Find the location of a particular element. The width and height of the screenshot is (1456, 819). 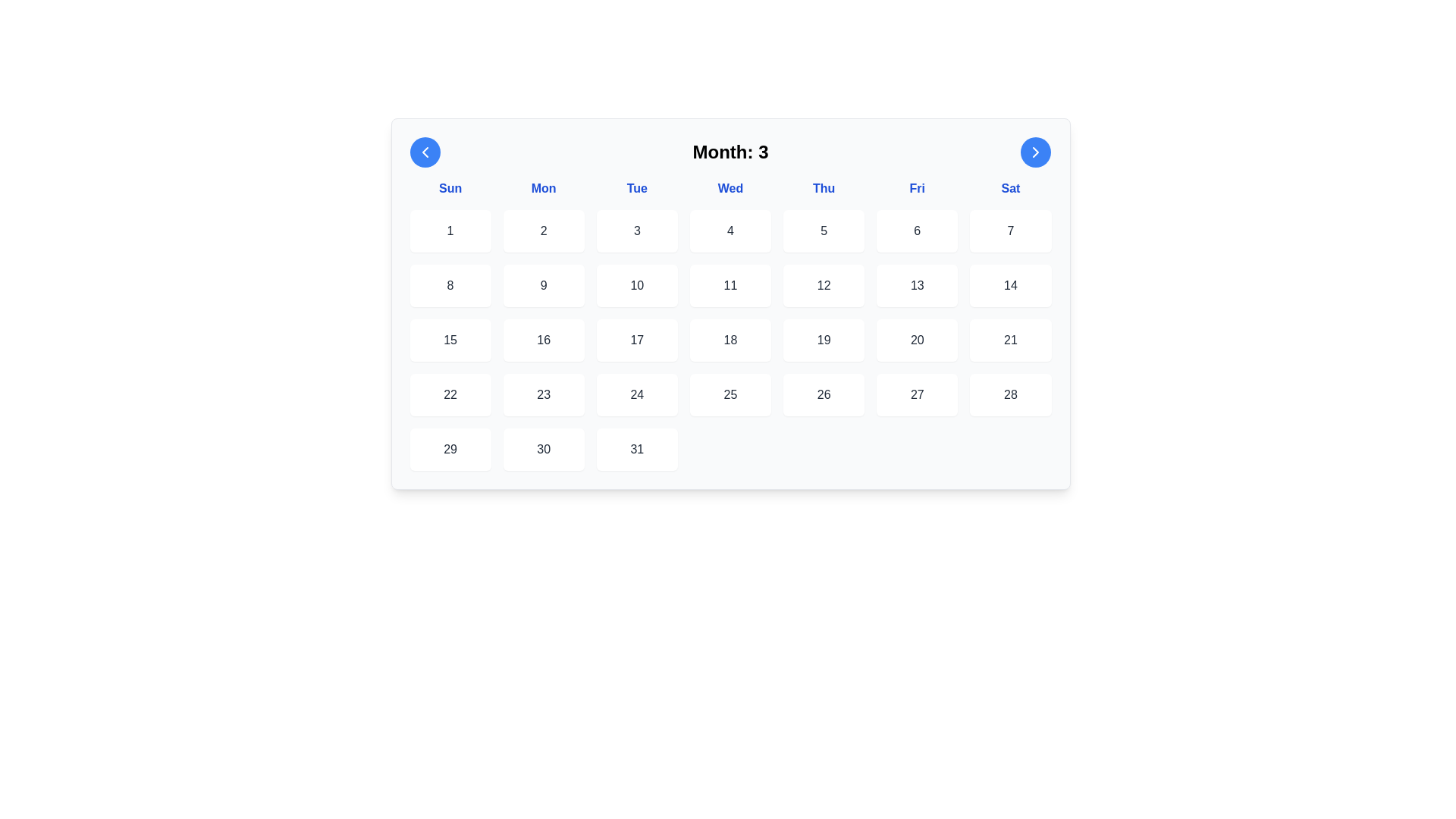

the label indicating the calendar date Friday, March 6th, located in the second row and sixth column of the calendar grid is located at coordinates (916, 231).